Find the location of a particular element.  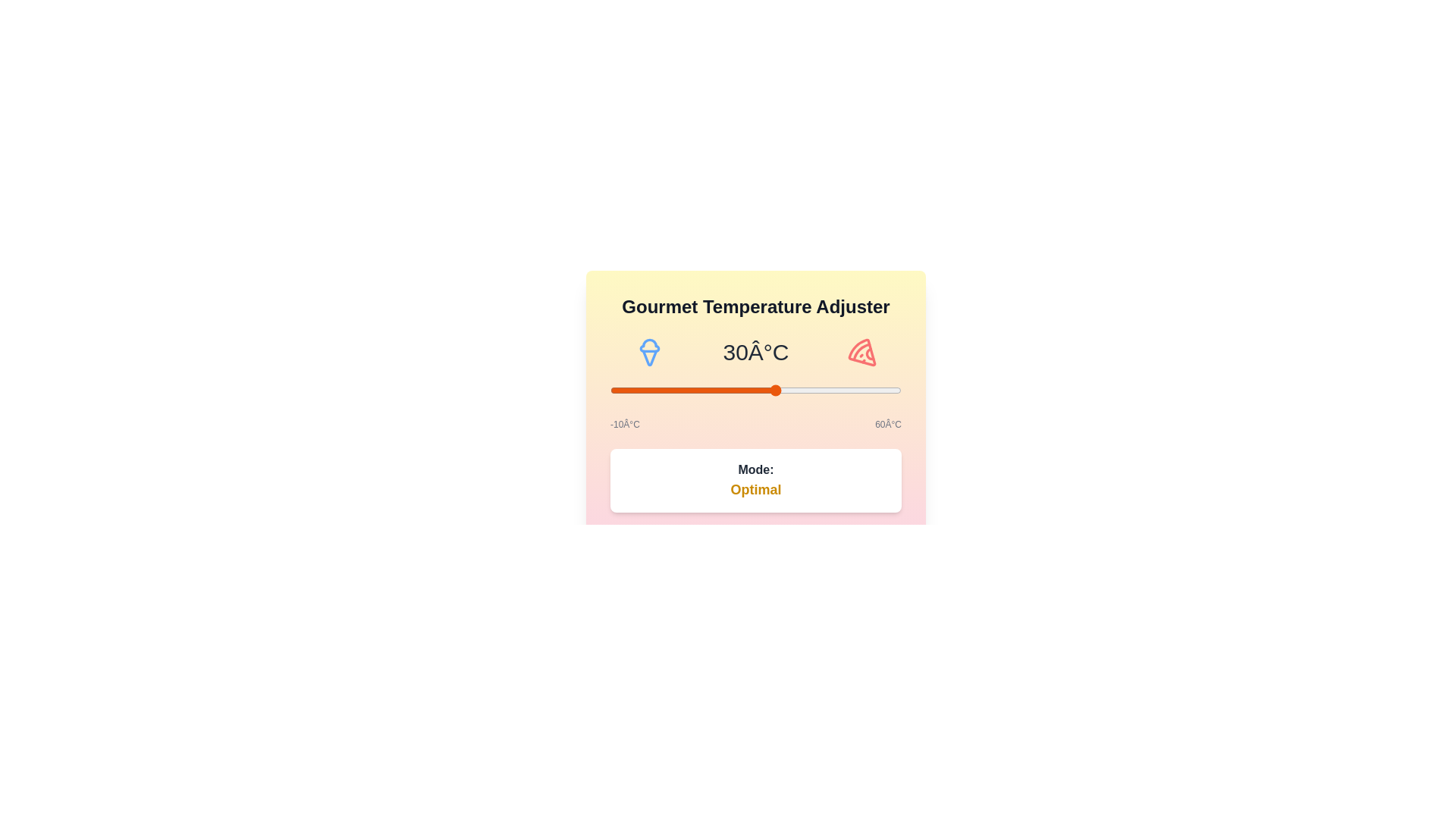

the temperature to 26°C using the slider is located at coordinates (760, 390).